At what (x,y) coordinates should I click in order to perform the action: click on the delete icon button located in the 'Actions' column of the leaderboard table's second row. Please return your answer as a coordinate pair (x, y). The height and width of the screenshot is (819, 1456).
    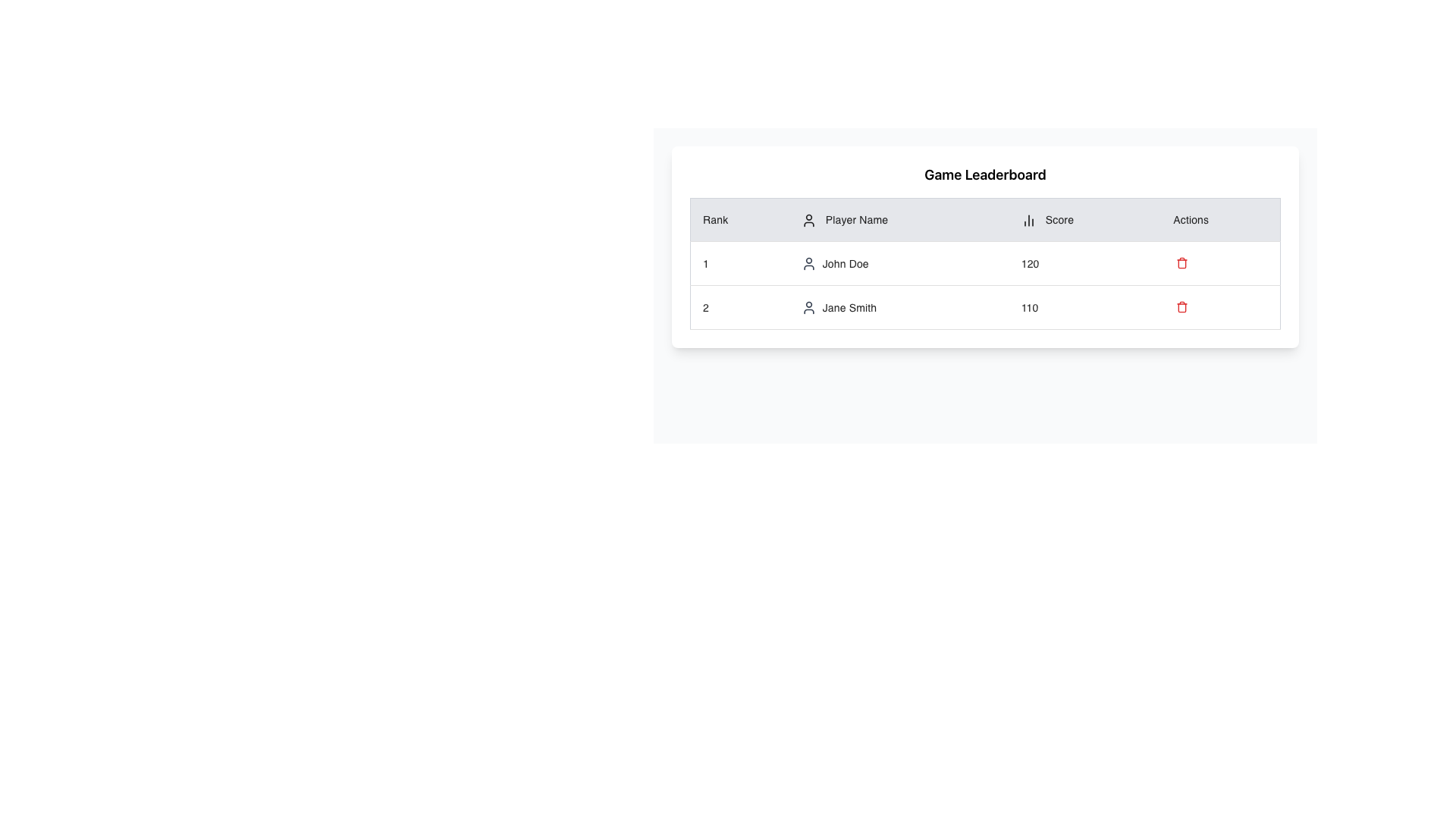
    Looking at the image, I should click on (1181, 262).